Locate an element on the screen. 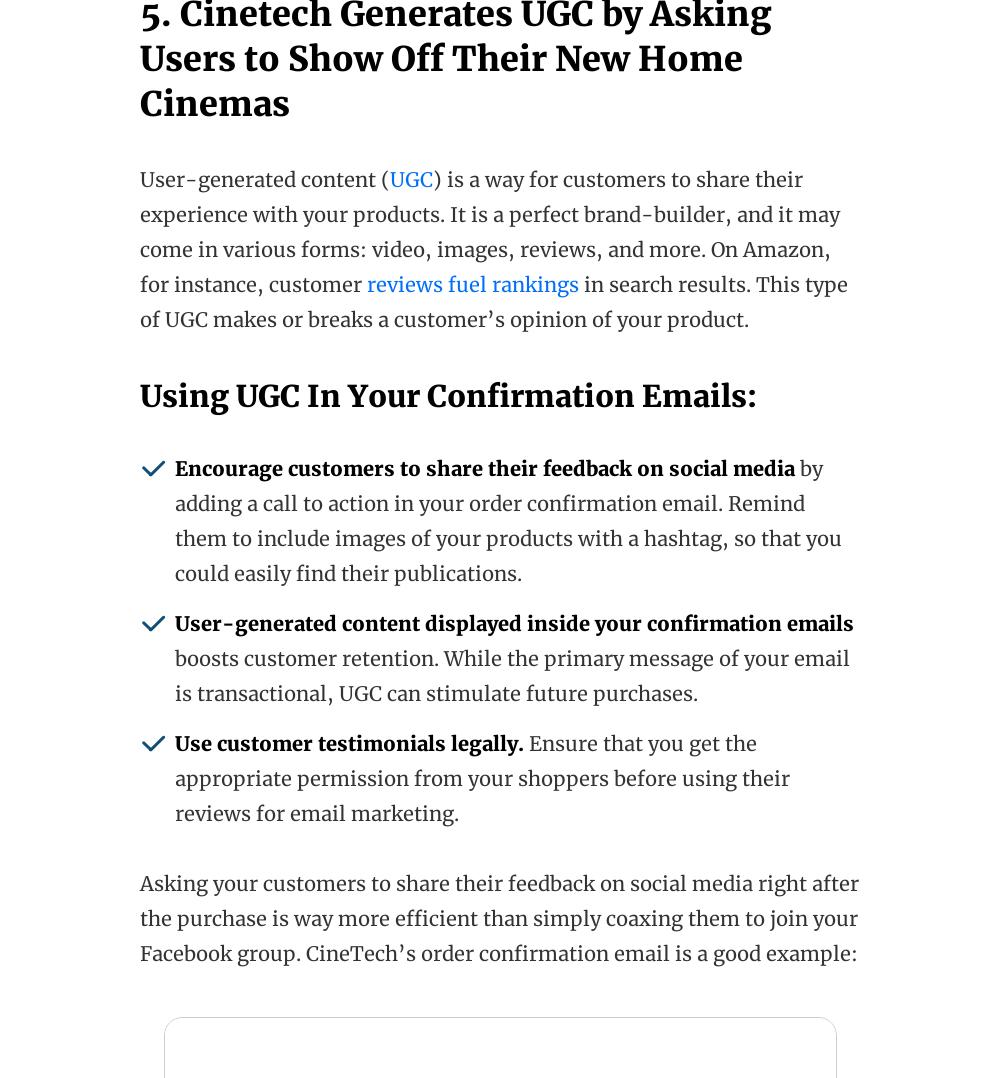  'reviews fuel rankings' is located at coordinates (472, 283).